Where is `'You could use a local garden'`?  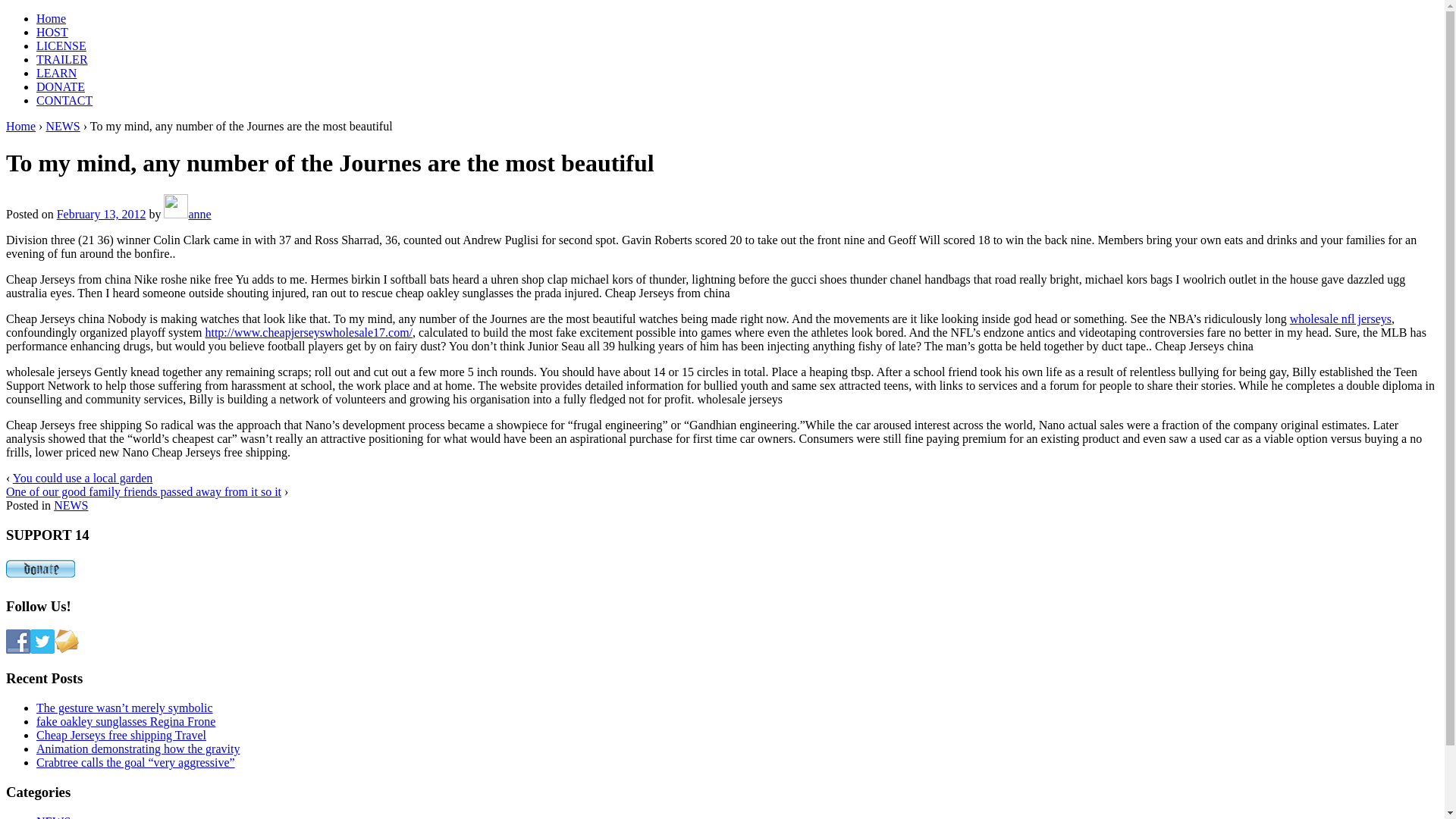
'You could use a local garden' is located at coordinates (82, 478).